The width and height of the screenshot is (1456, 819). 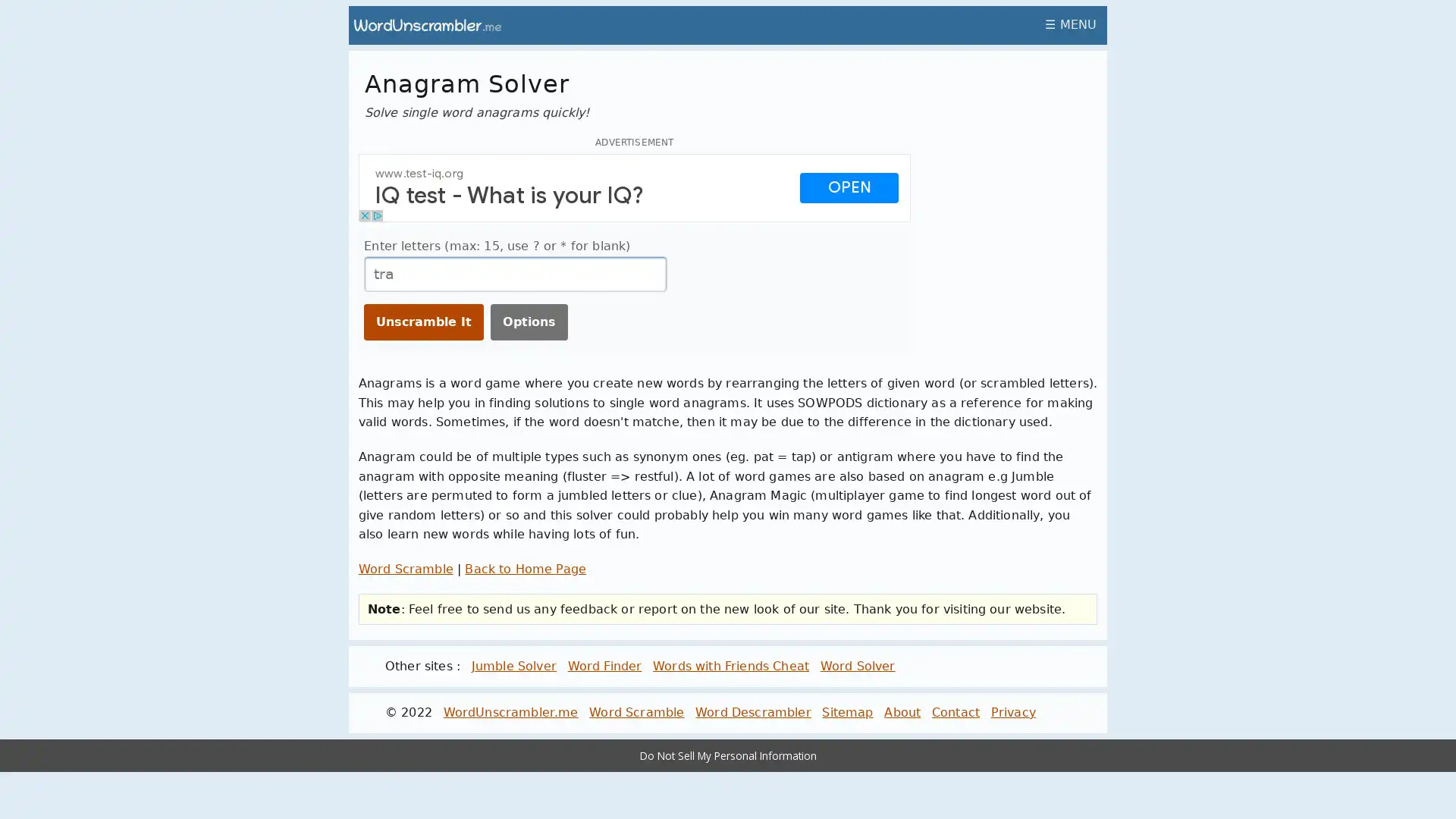 I want to click on Unscramble It, so click(x=423, y=321).